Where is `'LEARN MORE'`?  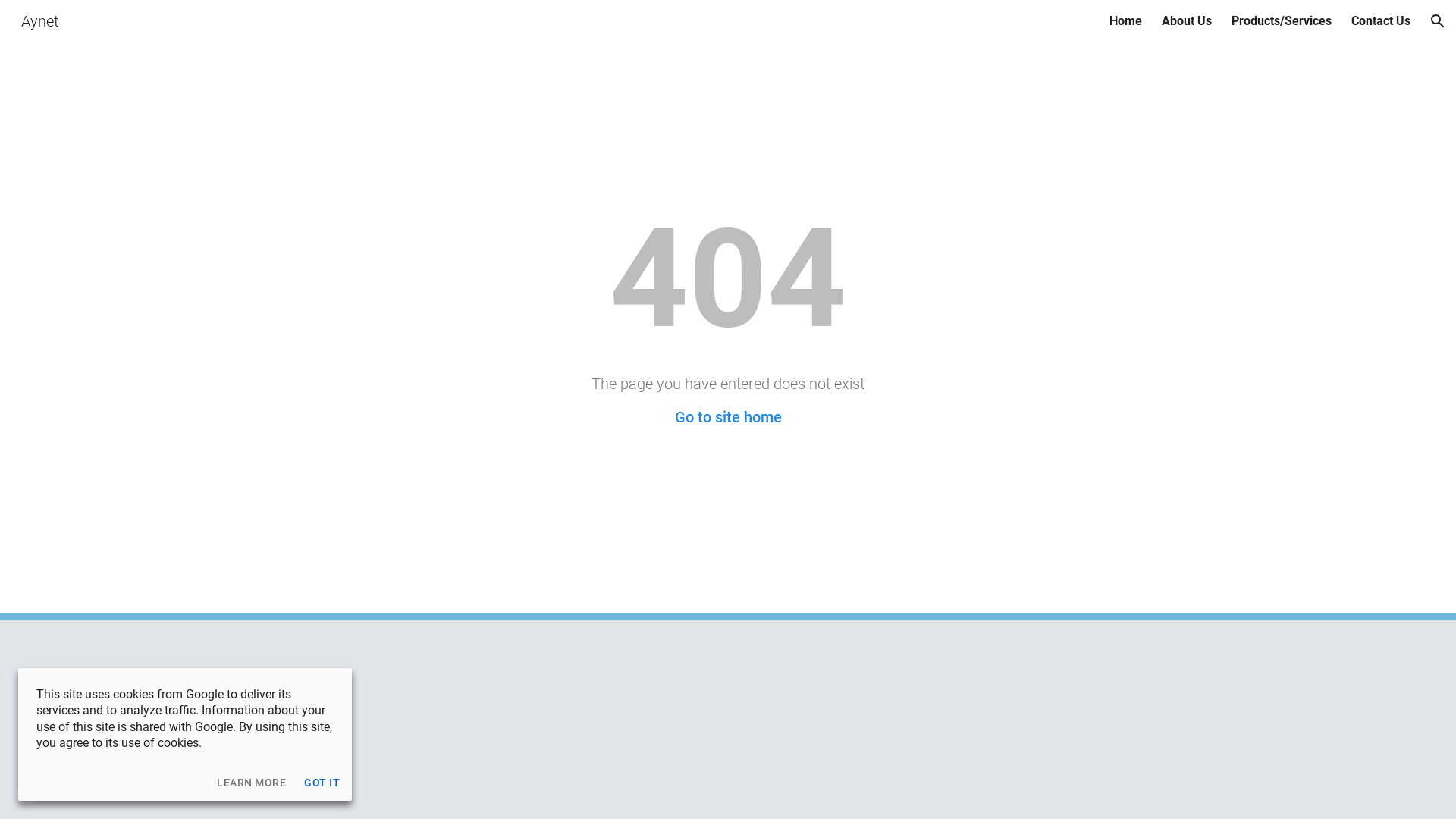 'LEARN MORE' is located at coordinates (251, 782).